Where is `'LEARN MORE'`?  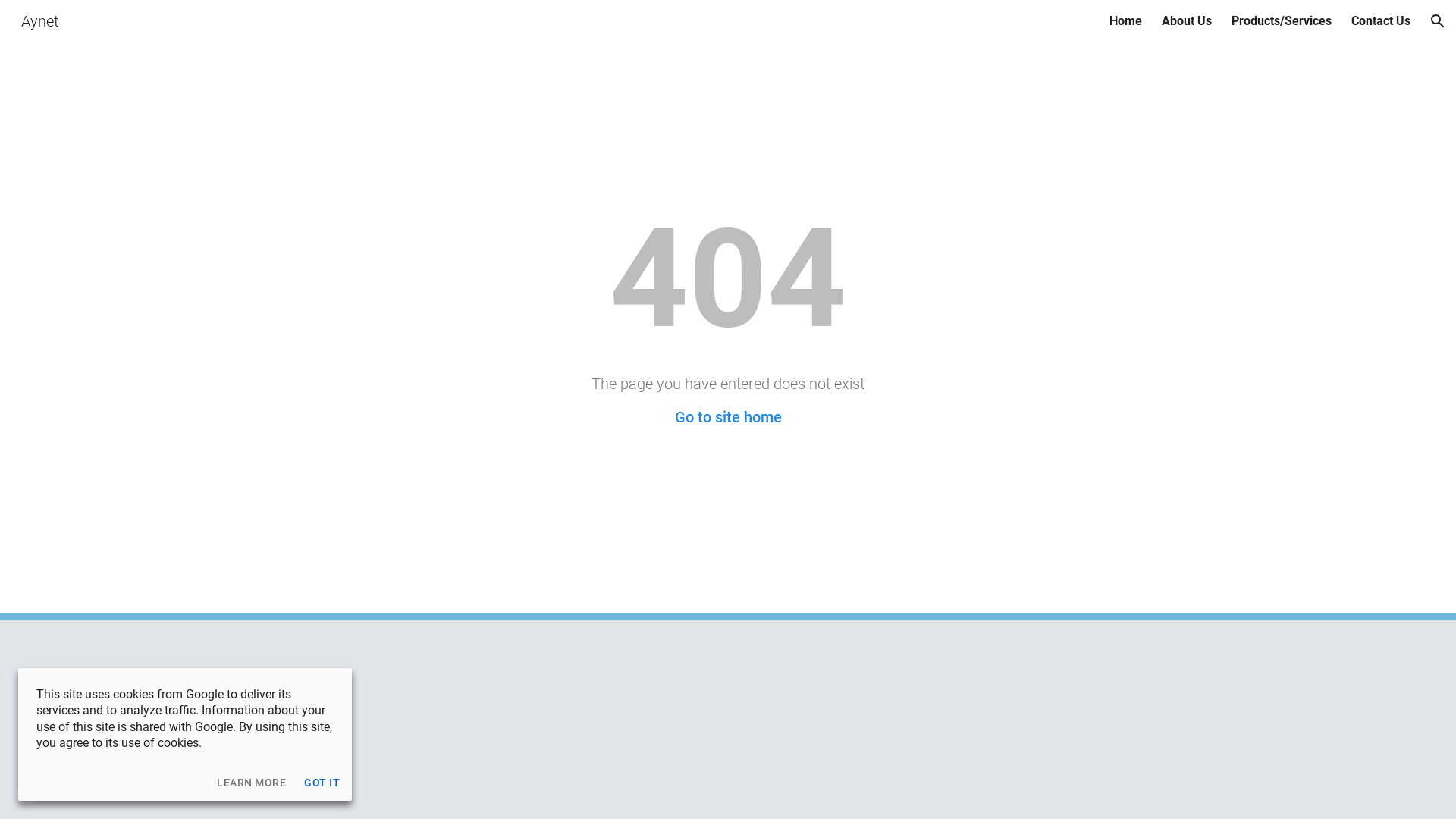 'LEARN MORE' is located at coordinates (251, 782).